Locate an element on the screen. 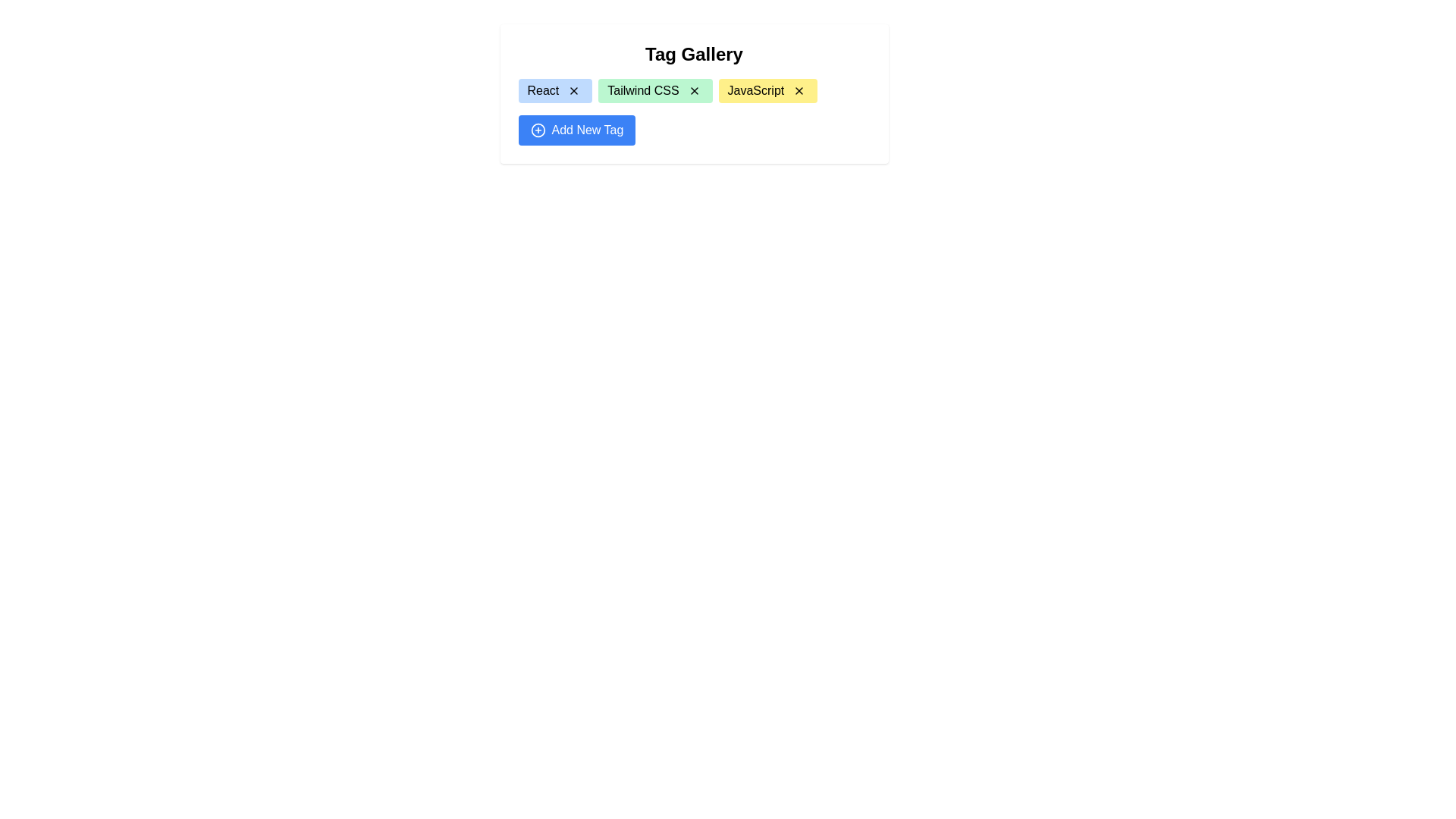  the first badge in the 'Tag Gallery' section is located at coordinates (554, 90).